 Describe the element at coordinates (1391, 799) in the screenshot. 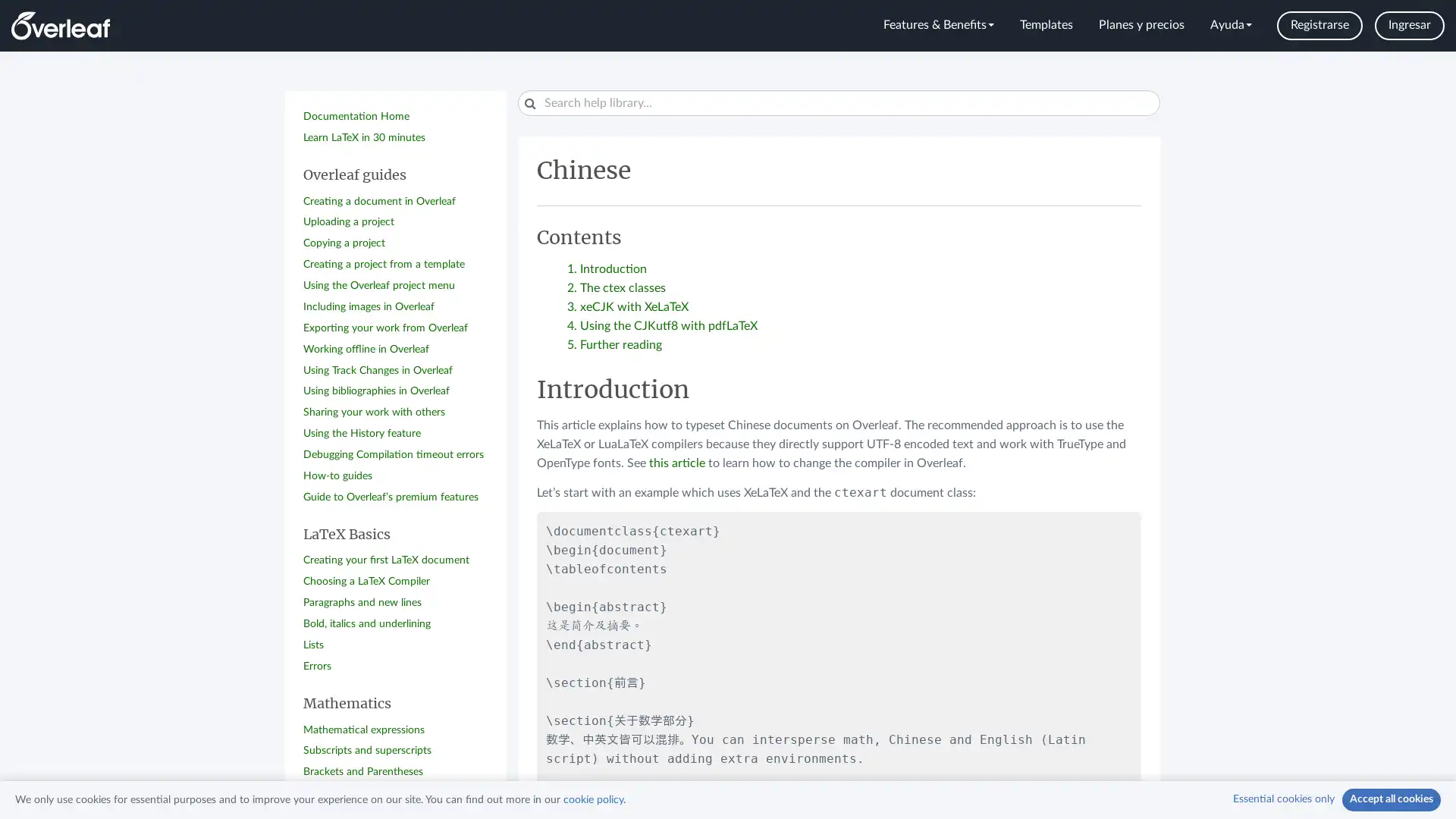

I see `Accept all cookies` at that location.